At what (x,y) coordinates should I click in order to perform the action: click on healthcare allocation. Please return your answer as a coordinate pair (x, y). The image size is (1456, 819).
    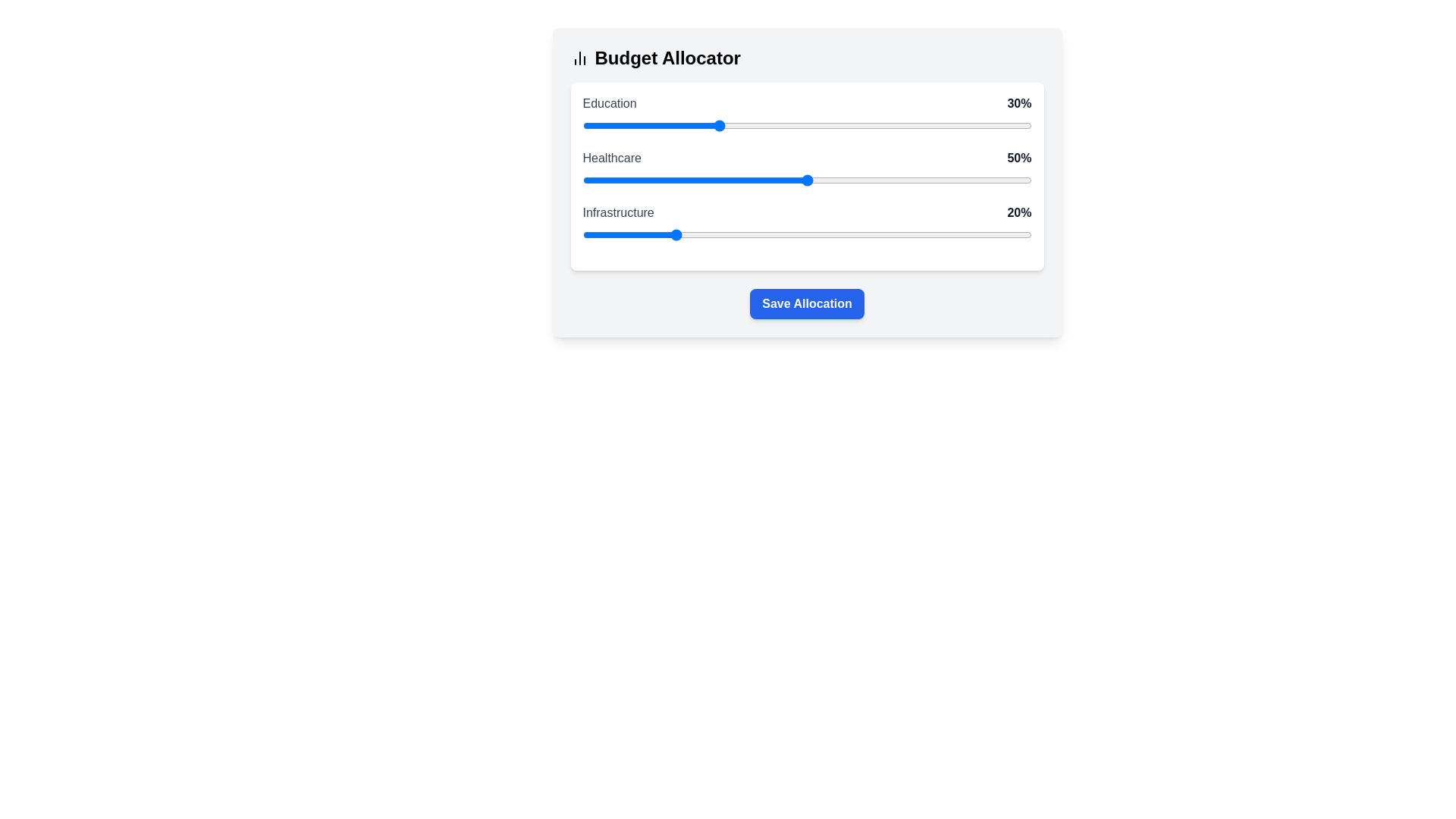
    Looking at the image, I should click on (645, 180).